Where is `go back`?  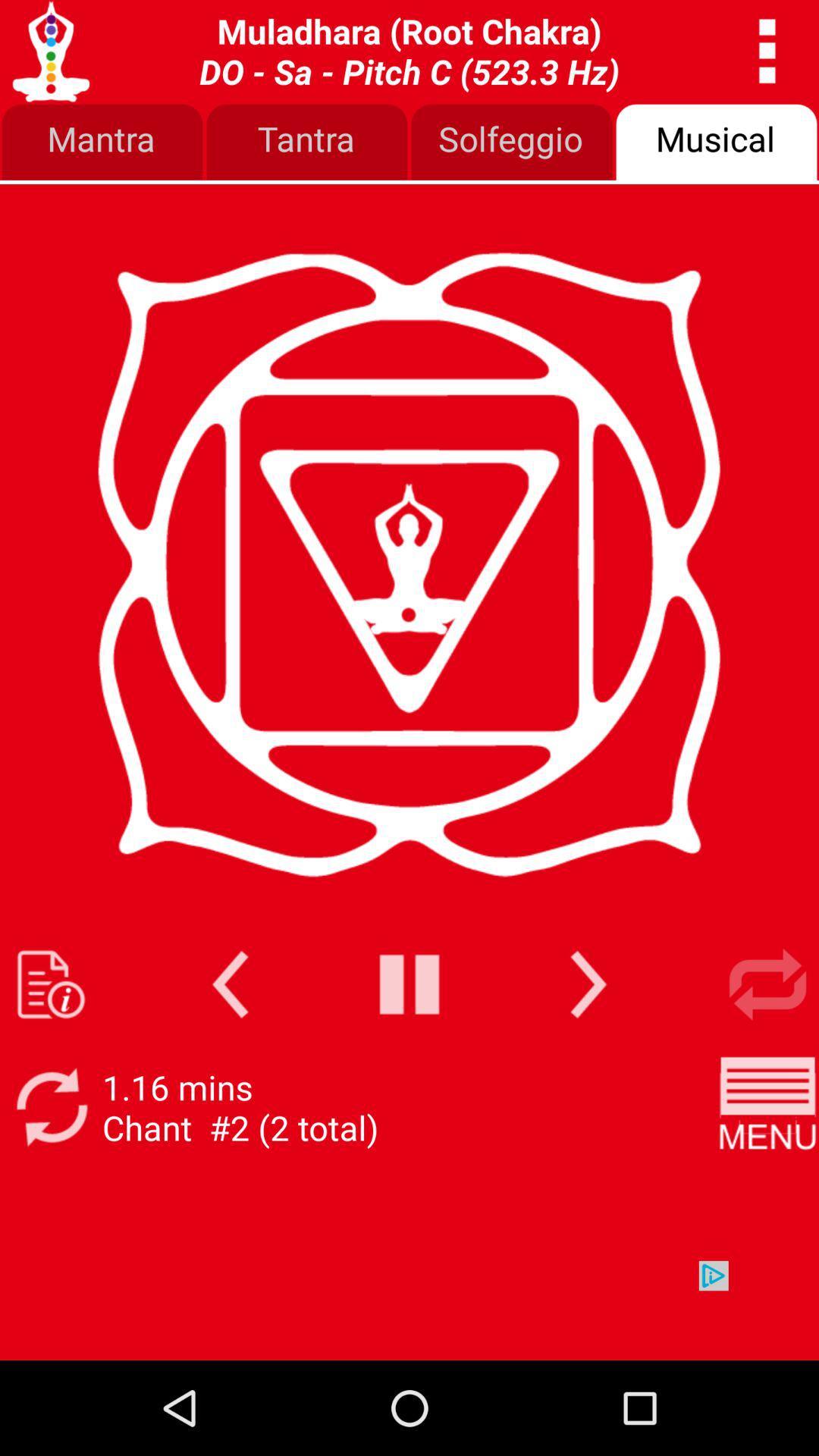
go back is located at coordinates (230, 984).